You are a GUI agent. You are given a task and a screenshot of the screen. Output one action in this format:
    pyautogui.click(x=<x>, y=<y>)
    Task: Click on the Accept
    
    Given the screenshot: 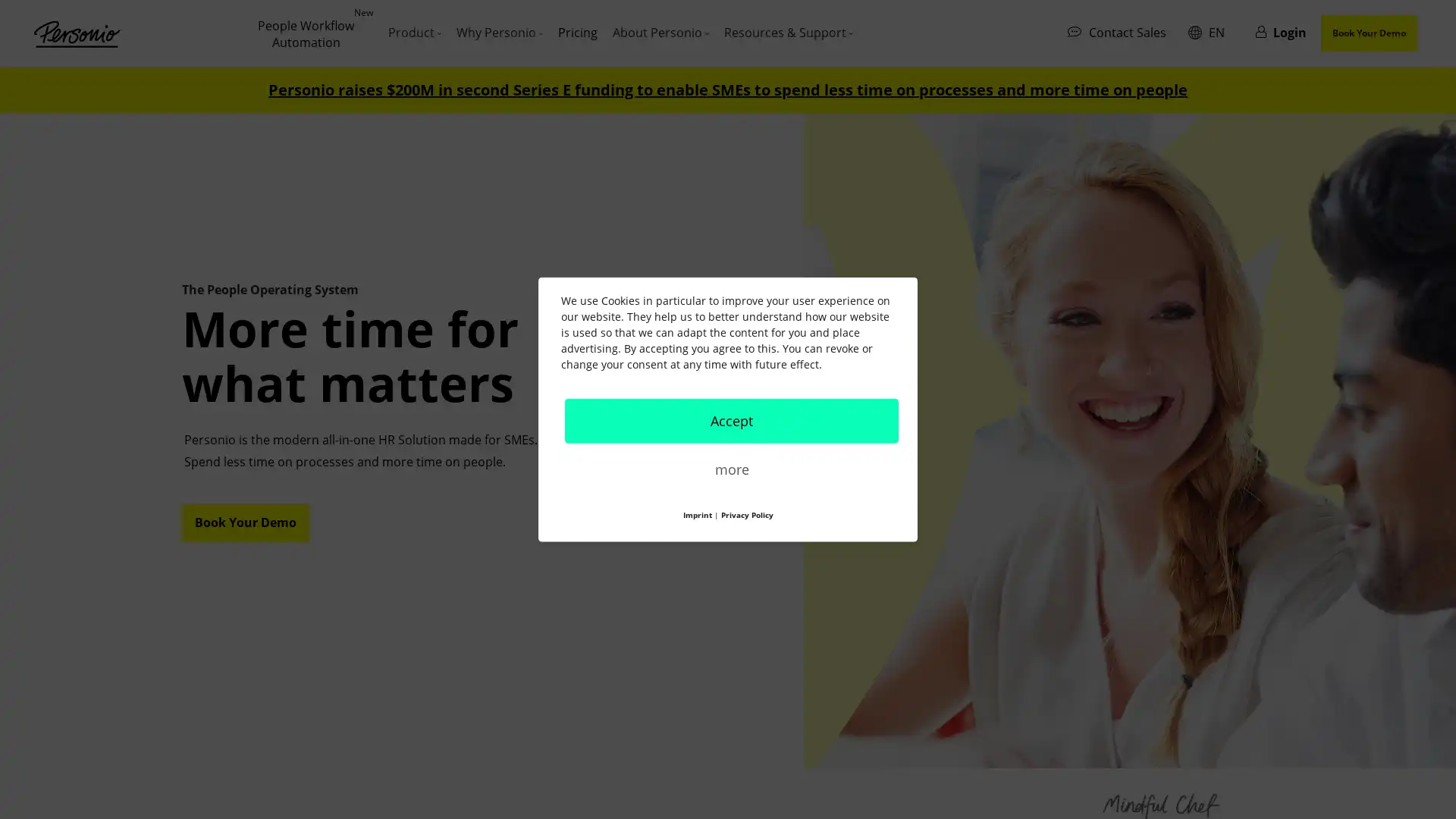 What is the action you would take?
    pyautogui.click(x=731, y=420)
    